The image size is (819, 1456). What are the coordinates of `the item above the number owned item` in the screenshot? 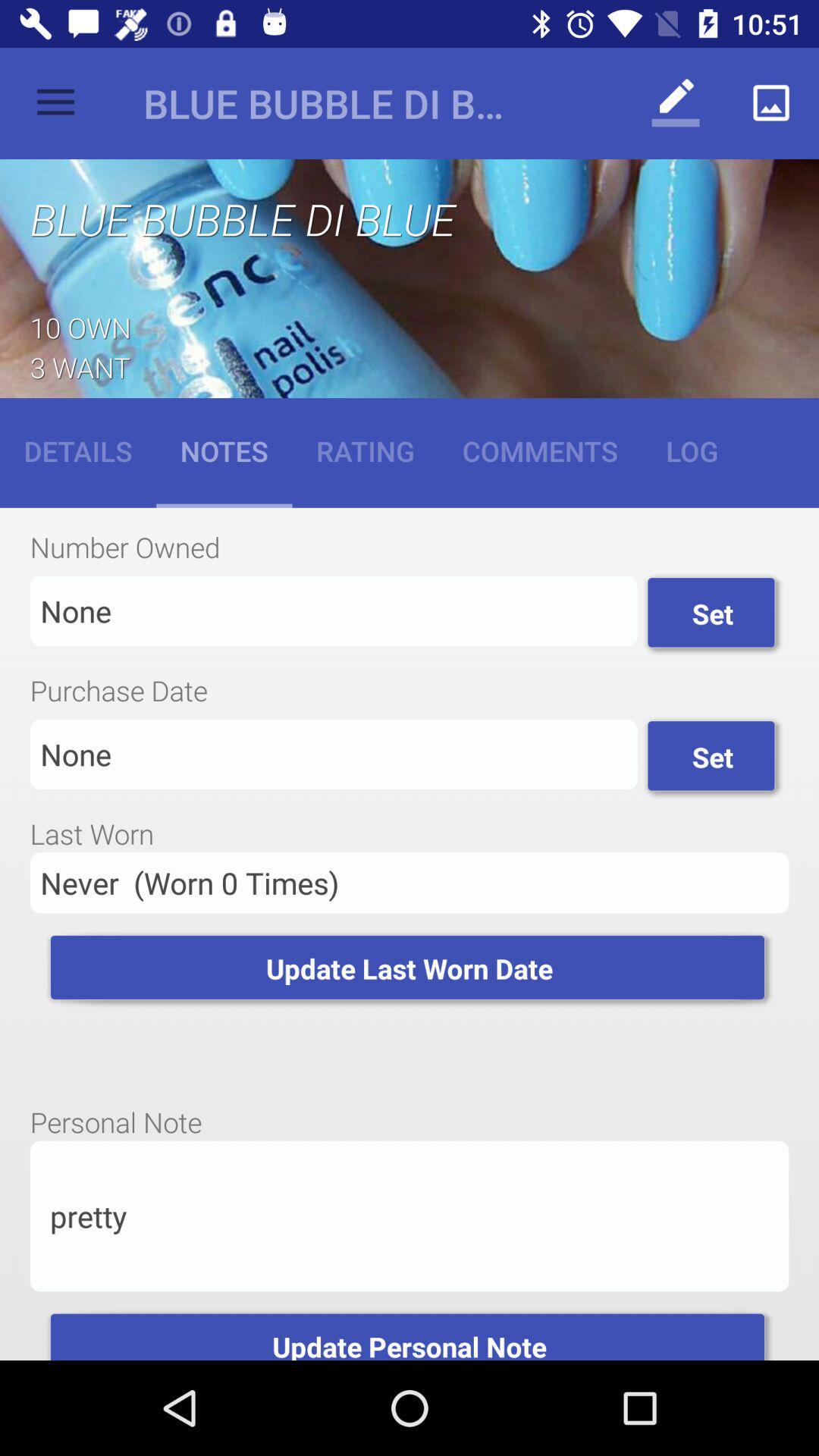 It's located at (539, 450).